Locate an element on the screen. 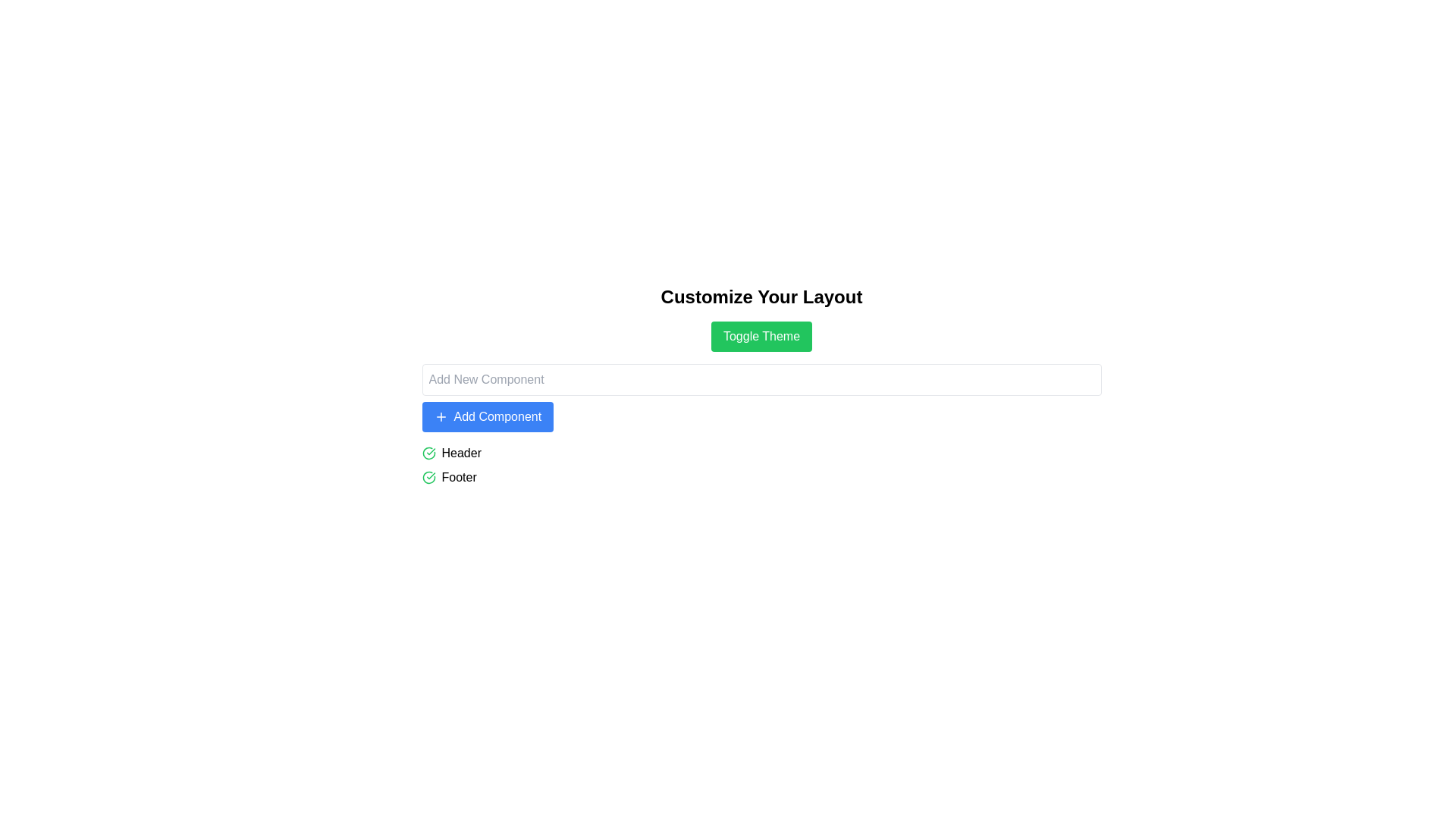 The width and height of the screenshot is (1456, 819). the blue rectangular button labeled 'Add Component' with a plus sign icon, located below the 'Add New Component' input field is located at coordinates (488, 417).